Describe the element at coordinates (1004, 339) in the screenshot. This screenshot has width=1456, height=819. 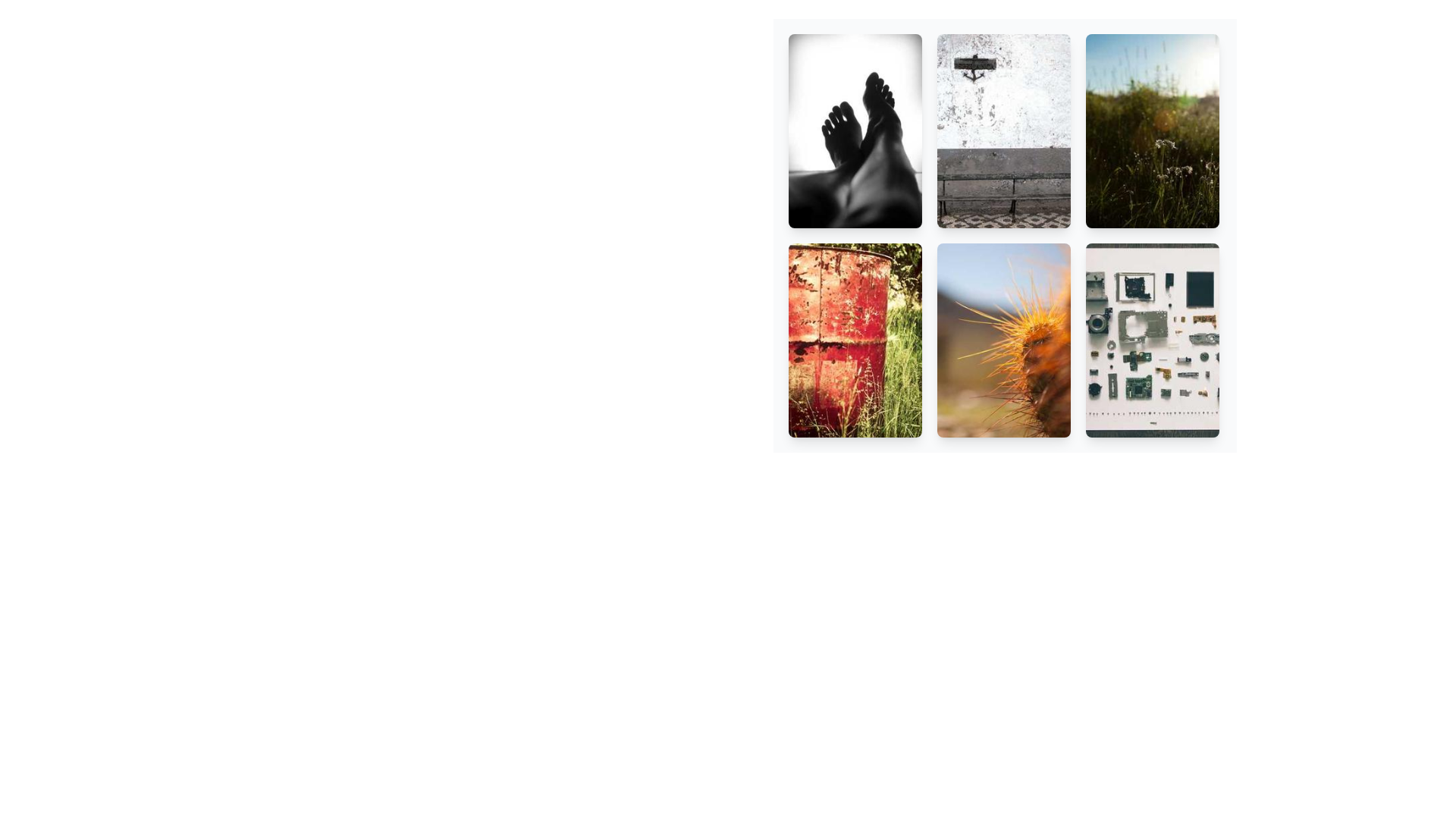
I see `the Interactive card located in the second row, third column of the grid structure to select it as a favorite item` at that location.